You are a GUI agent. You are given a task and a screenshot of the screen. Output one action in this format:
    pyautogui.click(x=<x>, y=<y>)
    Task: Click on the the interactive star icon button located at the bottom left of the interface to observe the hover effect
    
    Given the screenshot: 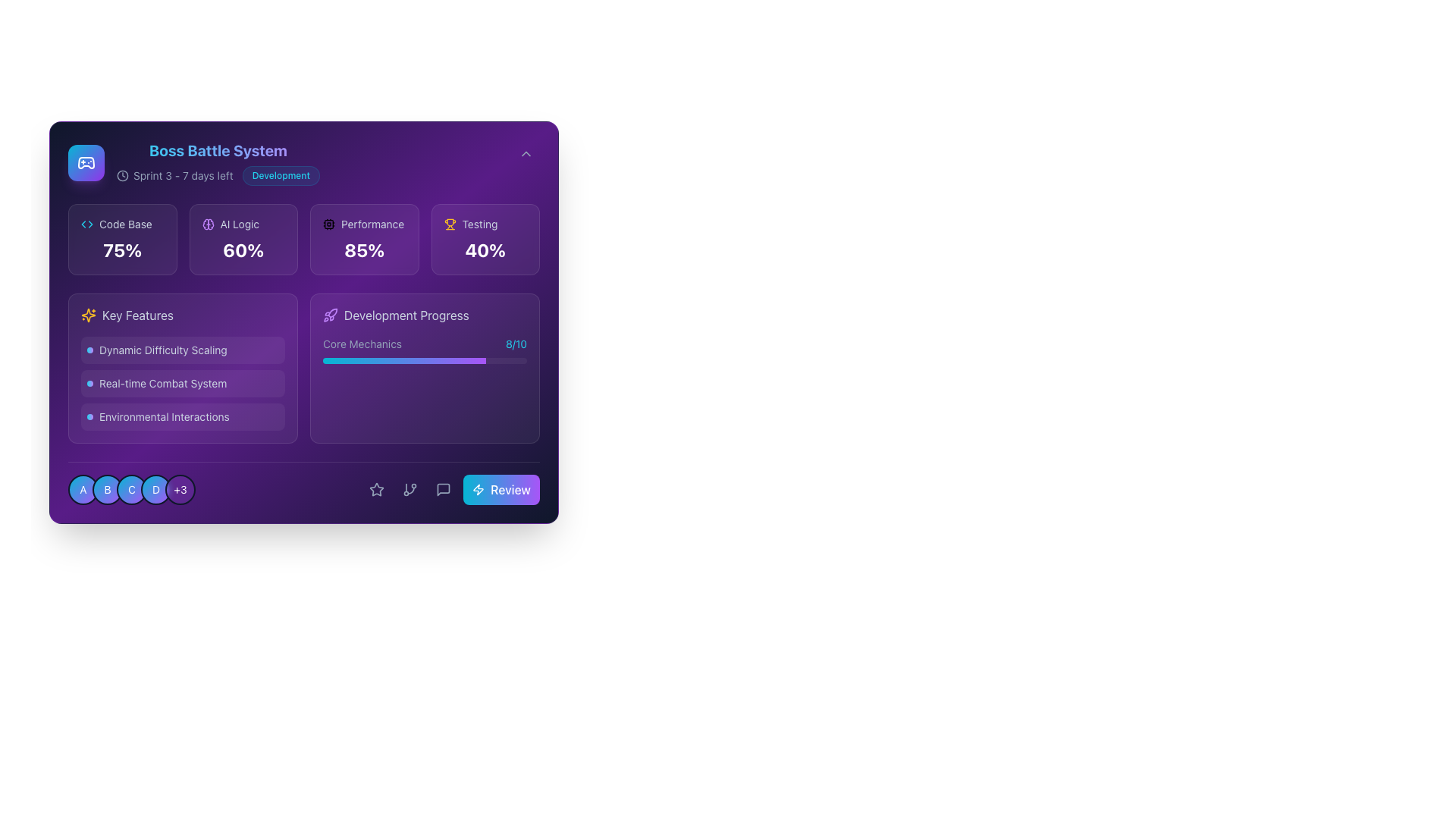 What is the action you would take?
    pyautogui.click(x=377, y=489)
    